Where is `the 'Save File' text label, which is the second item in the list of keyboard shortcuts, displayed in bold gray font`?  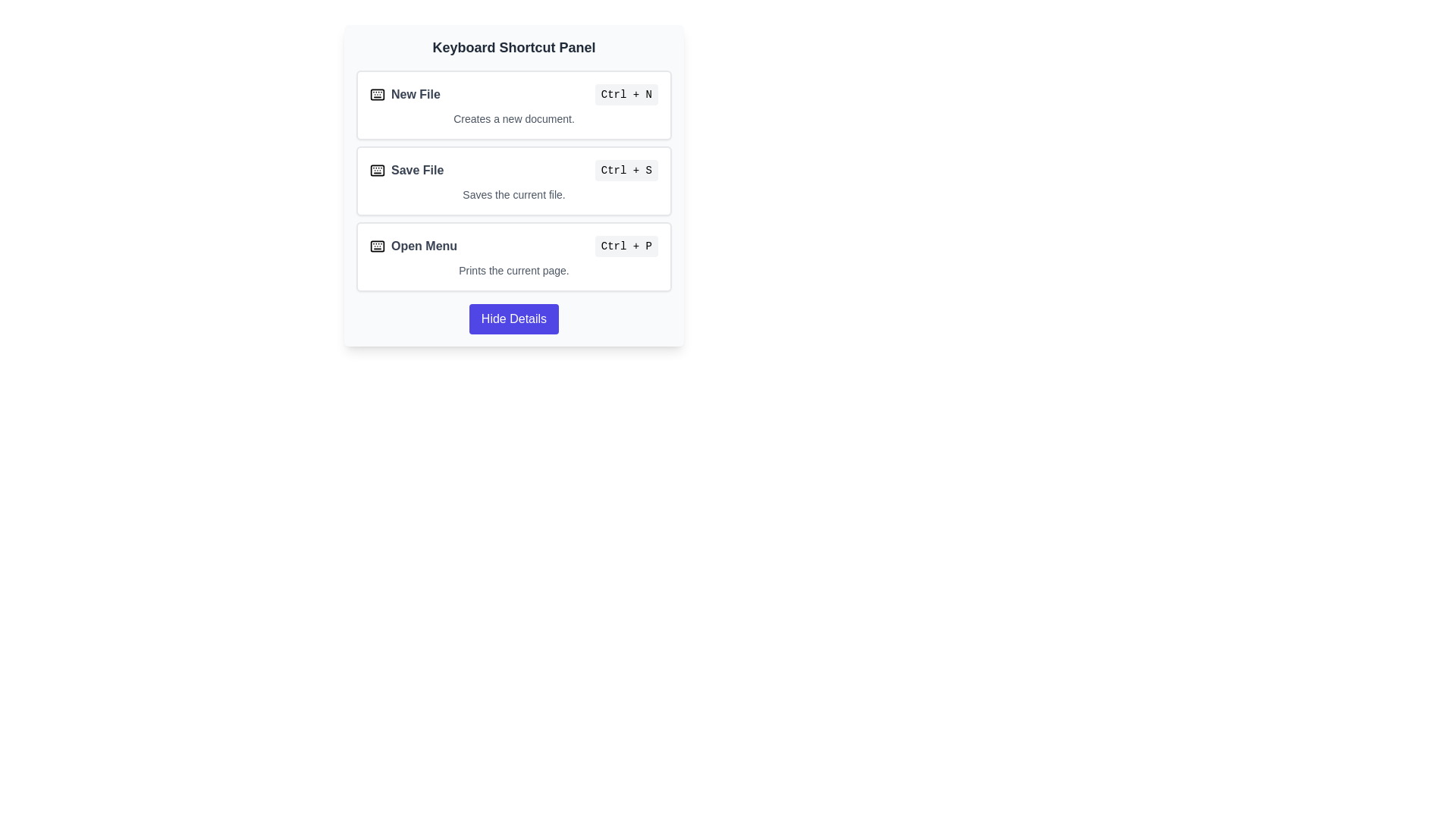
the 'Save File' text label, which is the second item in the list of keyboard shortcuts, displayed in bold gray font is located at coordinates (417, 170).